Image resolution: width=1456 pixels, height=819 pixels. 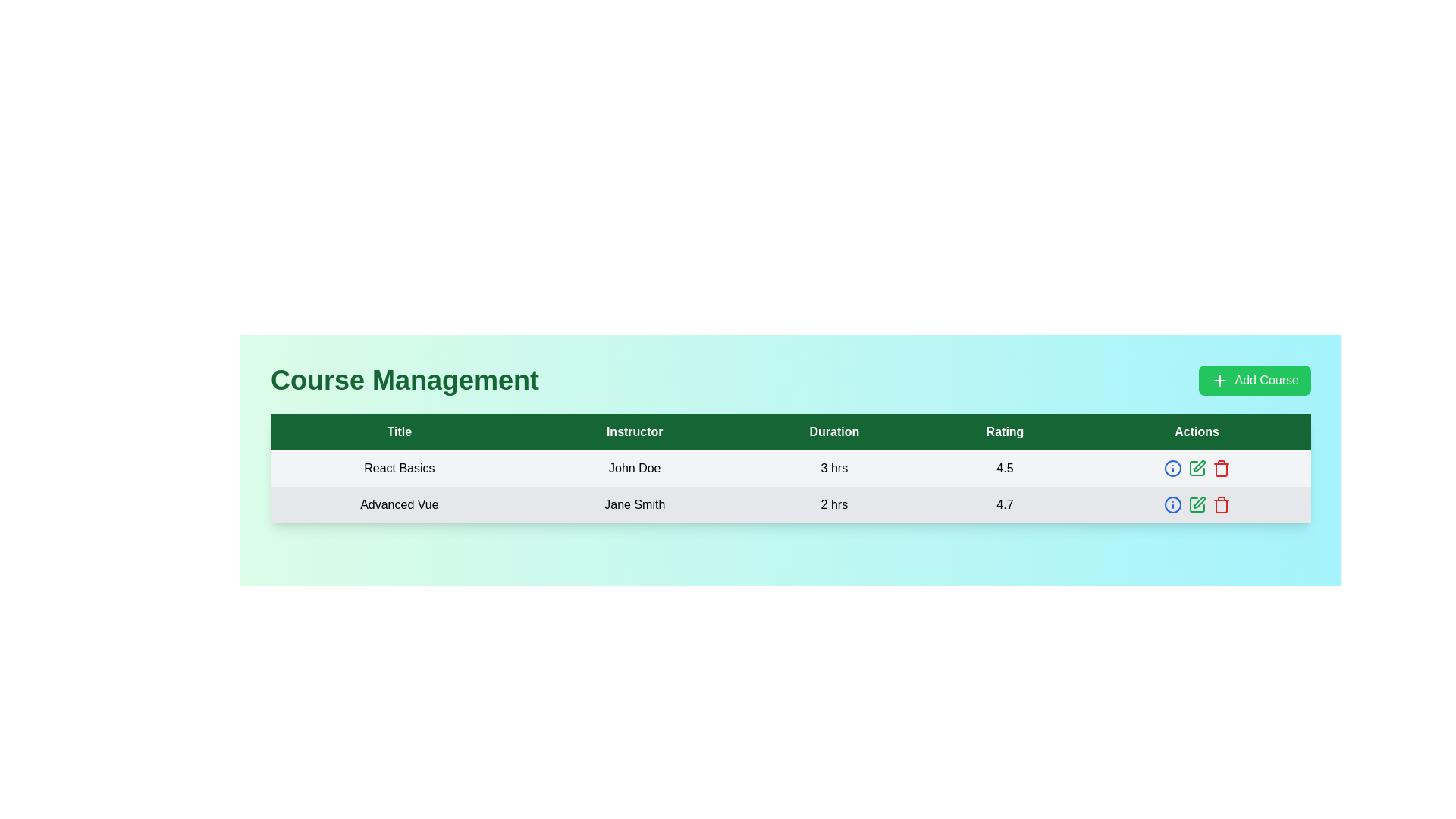 I want to click on text from the Table Header Cell, which has a green background and white centered text reading 'Title'. This cell is located in the first column of the table header, above the 'React Basics' entry, so click(x=399, y=432).